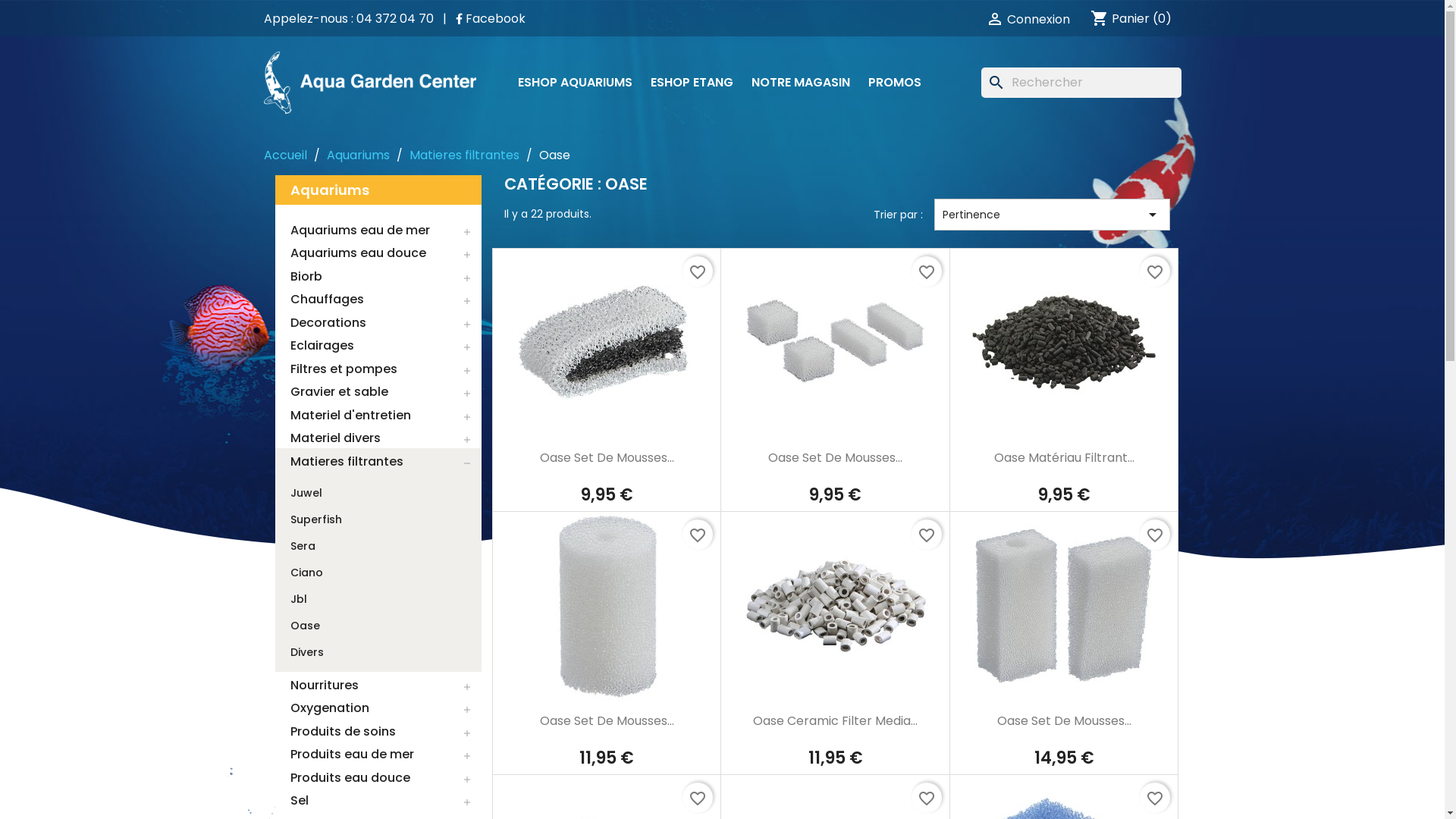 Image resolution: width=1456 pixels, height=819 pixels. What do you see at coordinates (1153, 271) in the screenshot?
I see `'favorite_border'` at bounding box center [1153, 271].